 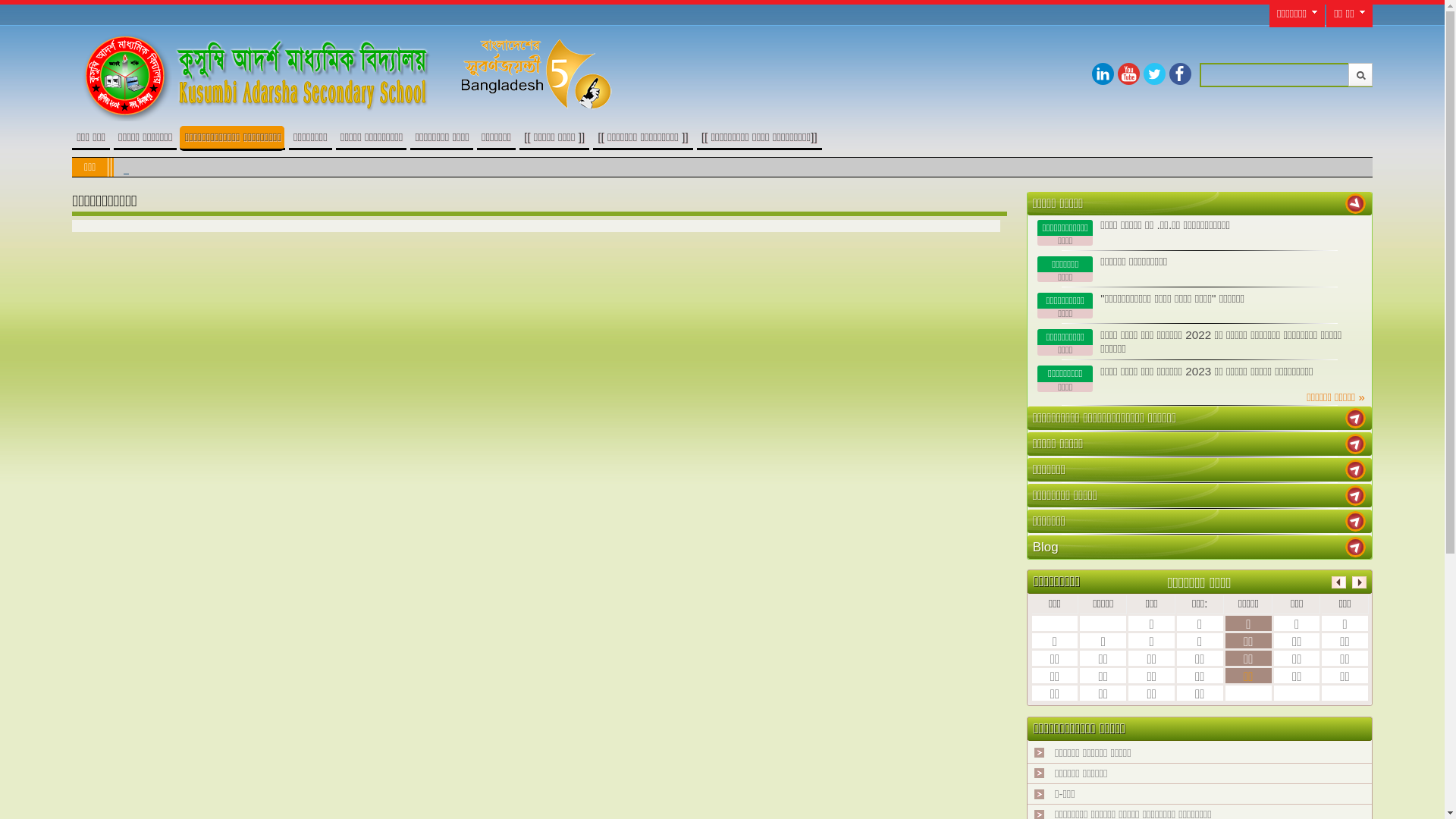 What do you see at coordinates (1360, 74) in the screenshot?
I see `'Submit'` at bounding box center [1360, 74].